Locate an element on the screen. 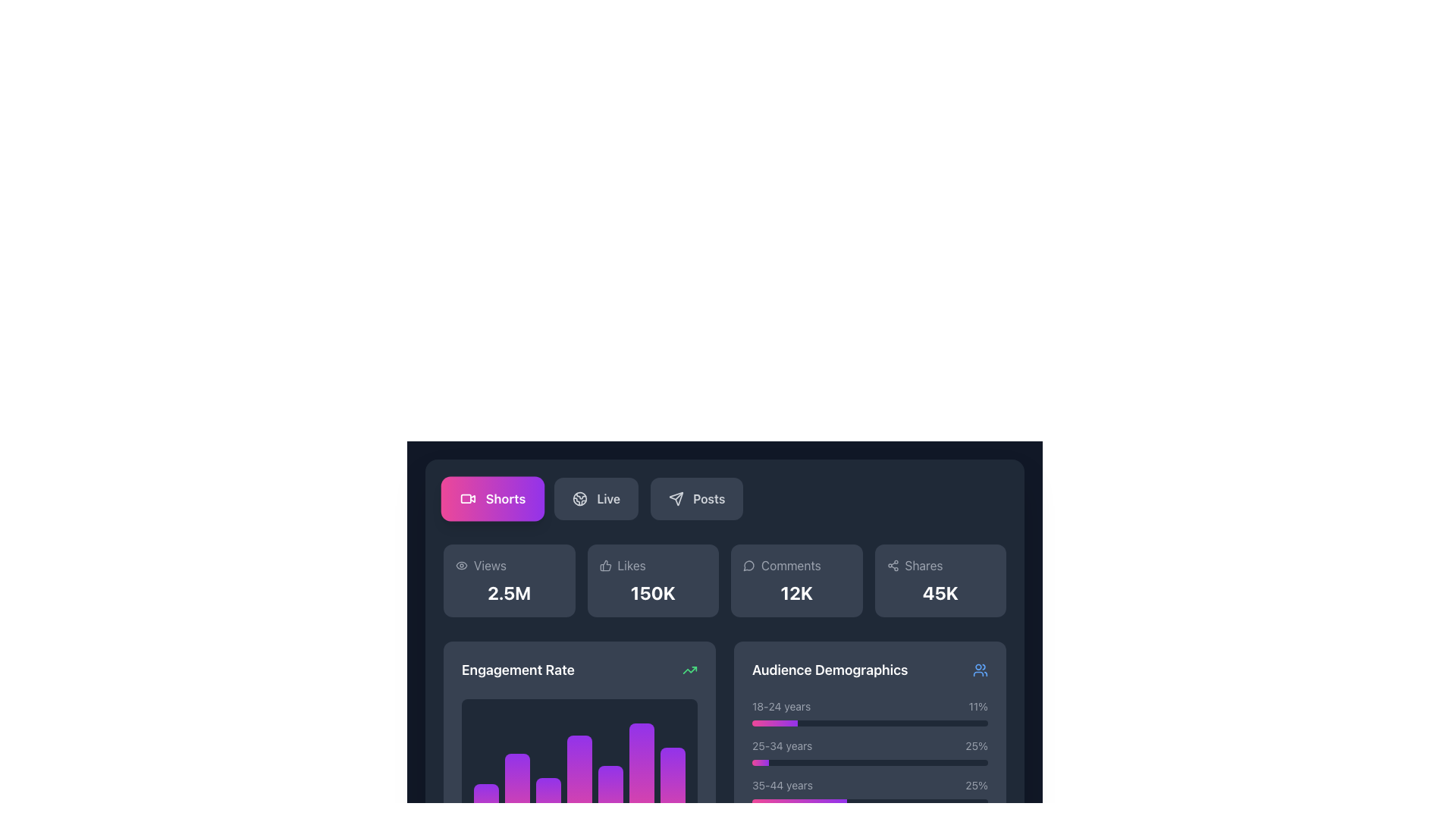 This screenshot has height=819, width=1456. the demographic data text label pair located in the second row under the 'Audience Demographics' section, which displays the age range on the left and the corresponding percentage on the right is located at coordinates (870, 745).